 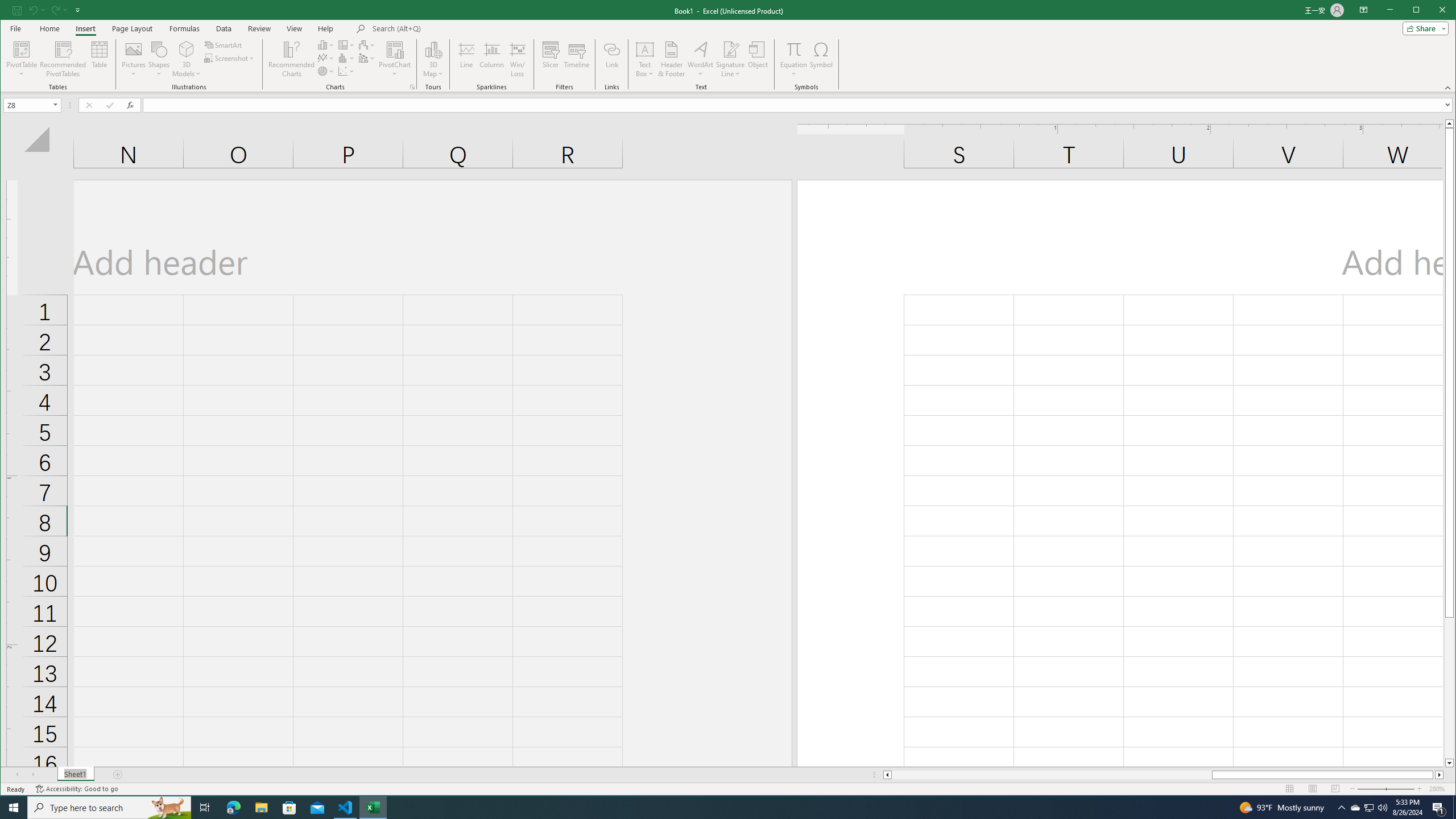 I want to click on 'Excel - 1 running window', so click(x=373, y=806).